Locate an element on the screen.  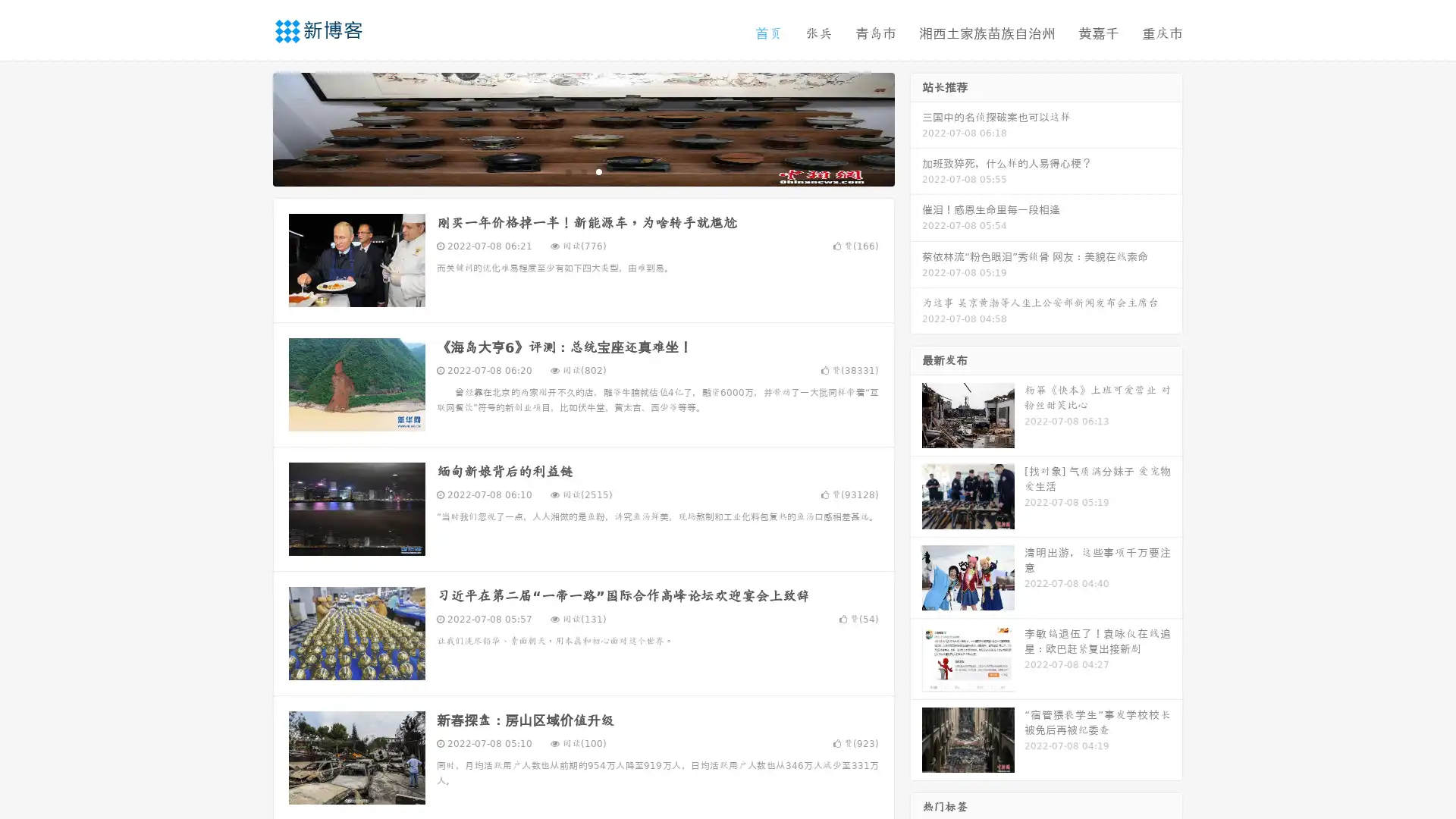
Go to slide 1 is located at coordinates (567, 171).